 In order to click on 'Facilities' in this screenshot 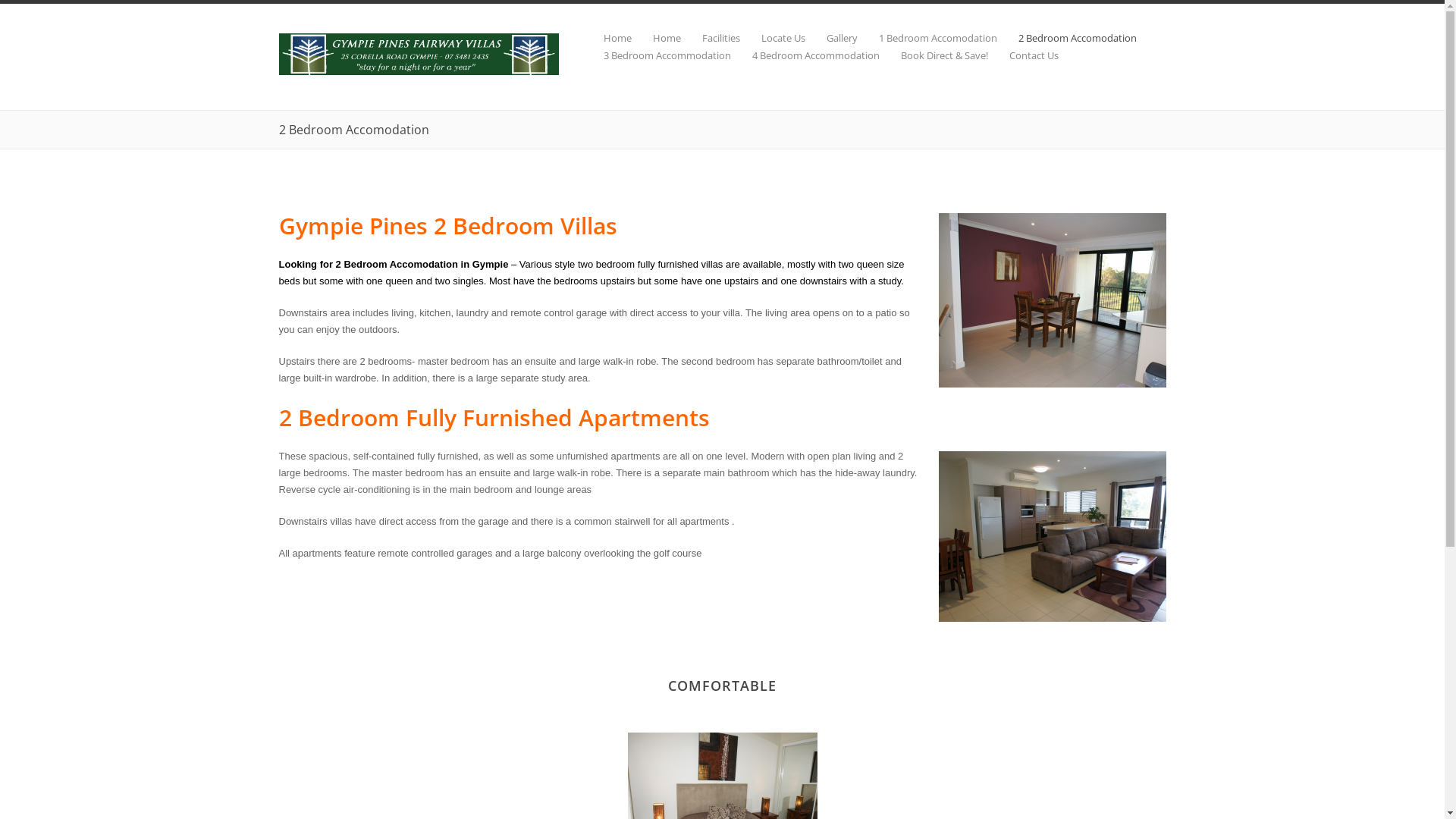, I will do `click(709, 37)`.